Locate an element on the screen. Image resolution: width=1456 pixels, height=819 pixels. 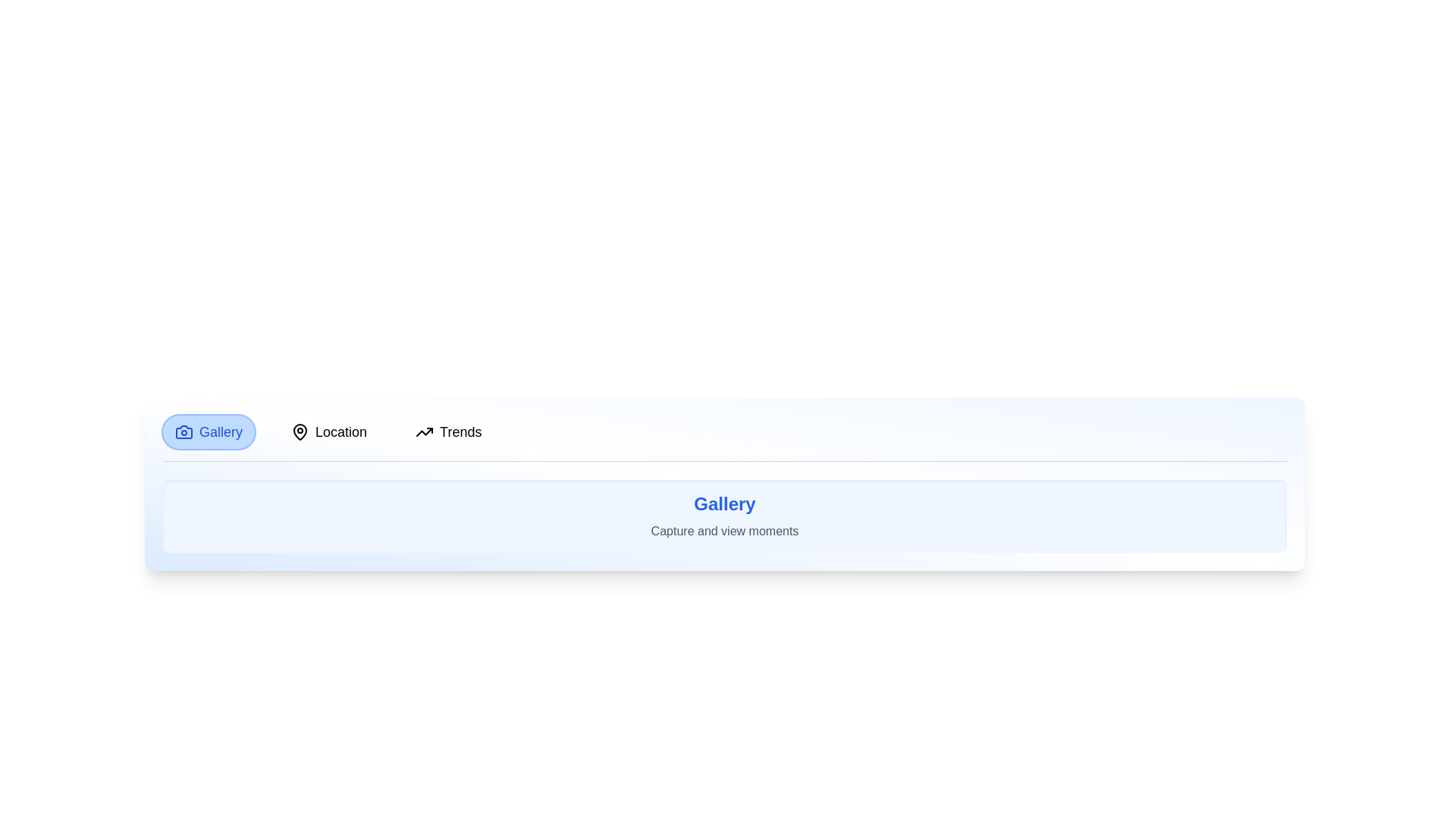
the Gallery tab to observe the active tab styling changes is located at coordinates (208, 432).